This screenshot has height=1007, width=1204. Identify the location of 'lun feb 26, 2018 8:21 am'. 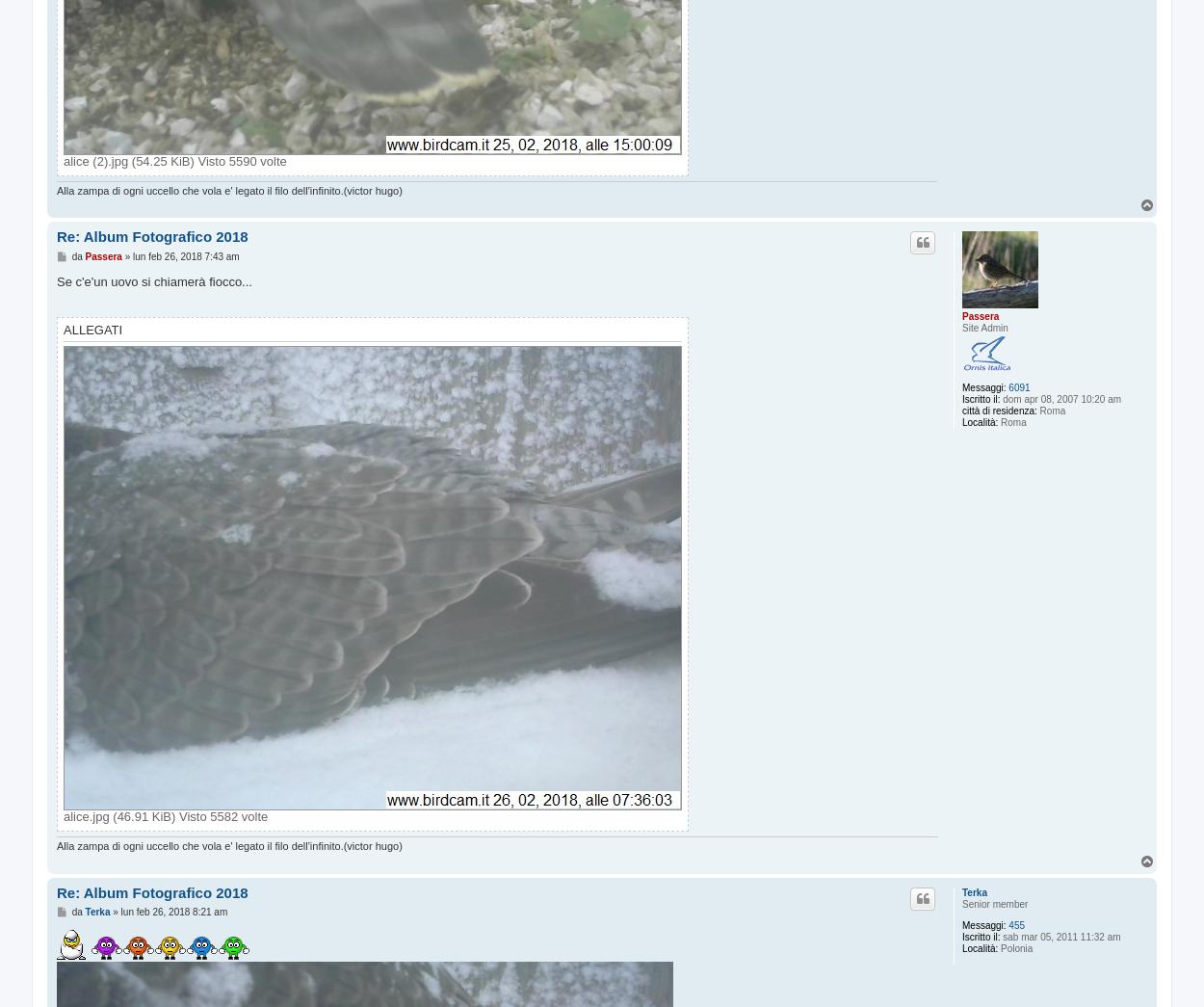
(173, 910).